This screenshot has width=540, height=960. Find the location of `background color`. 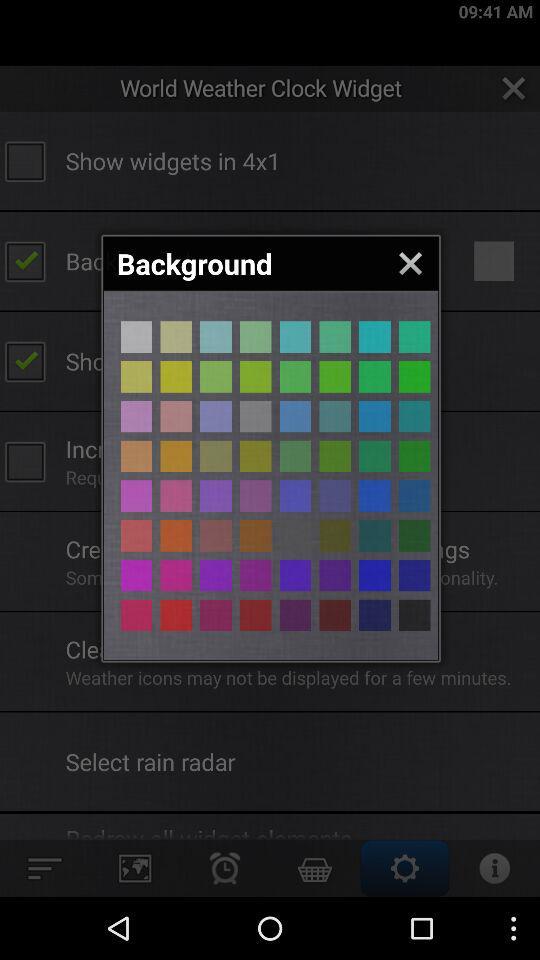

background color is located at coordinates (135, 456).